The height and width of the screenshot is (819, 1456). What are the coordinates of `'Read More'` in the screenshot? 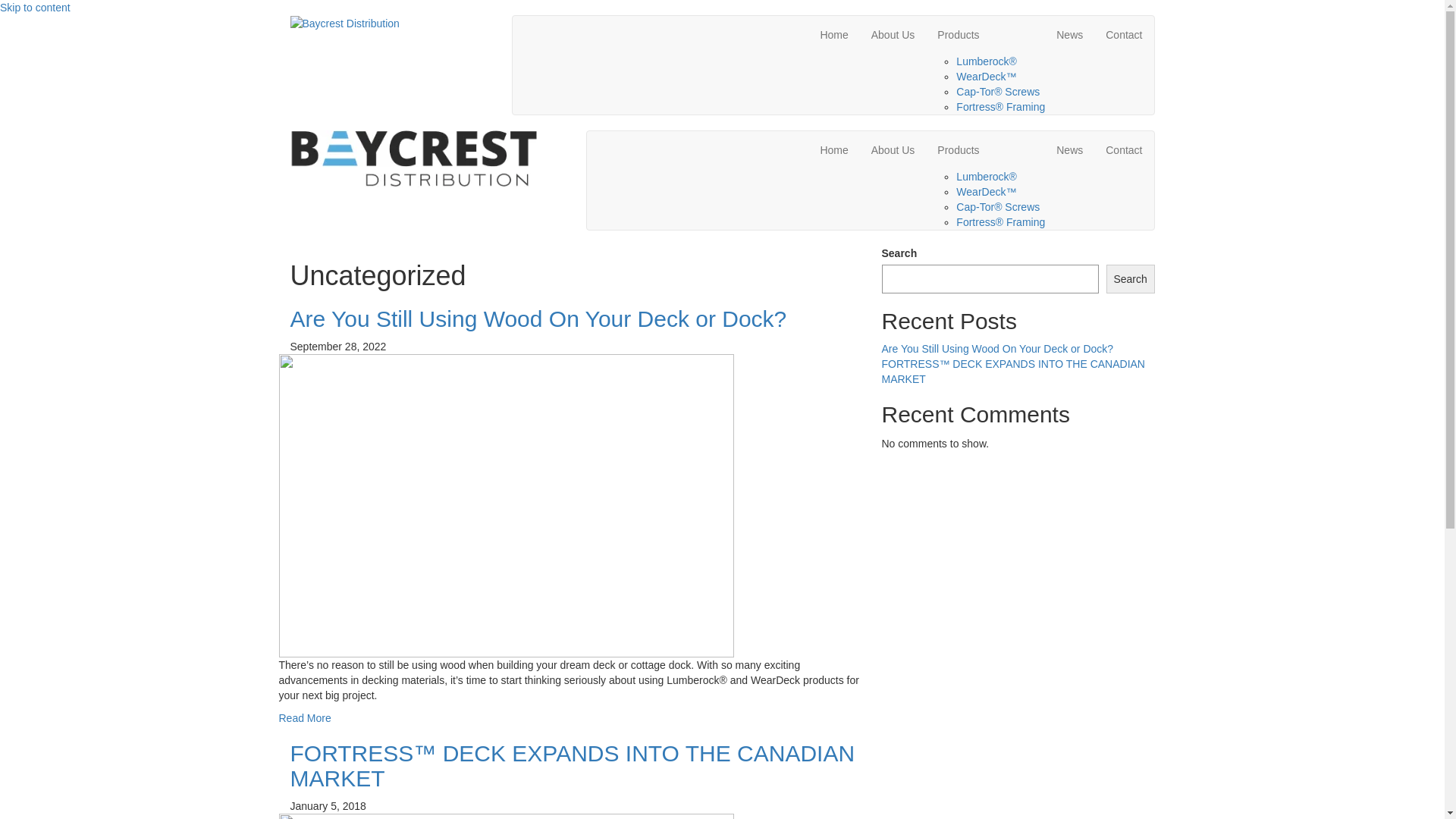 It's located at (304, 717).